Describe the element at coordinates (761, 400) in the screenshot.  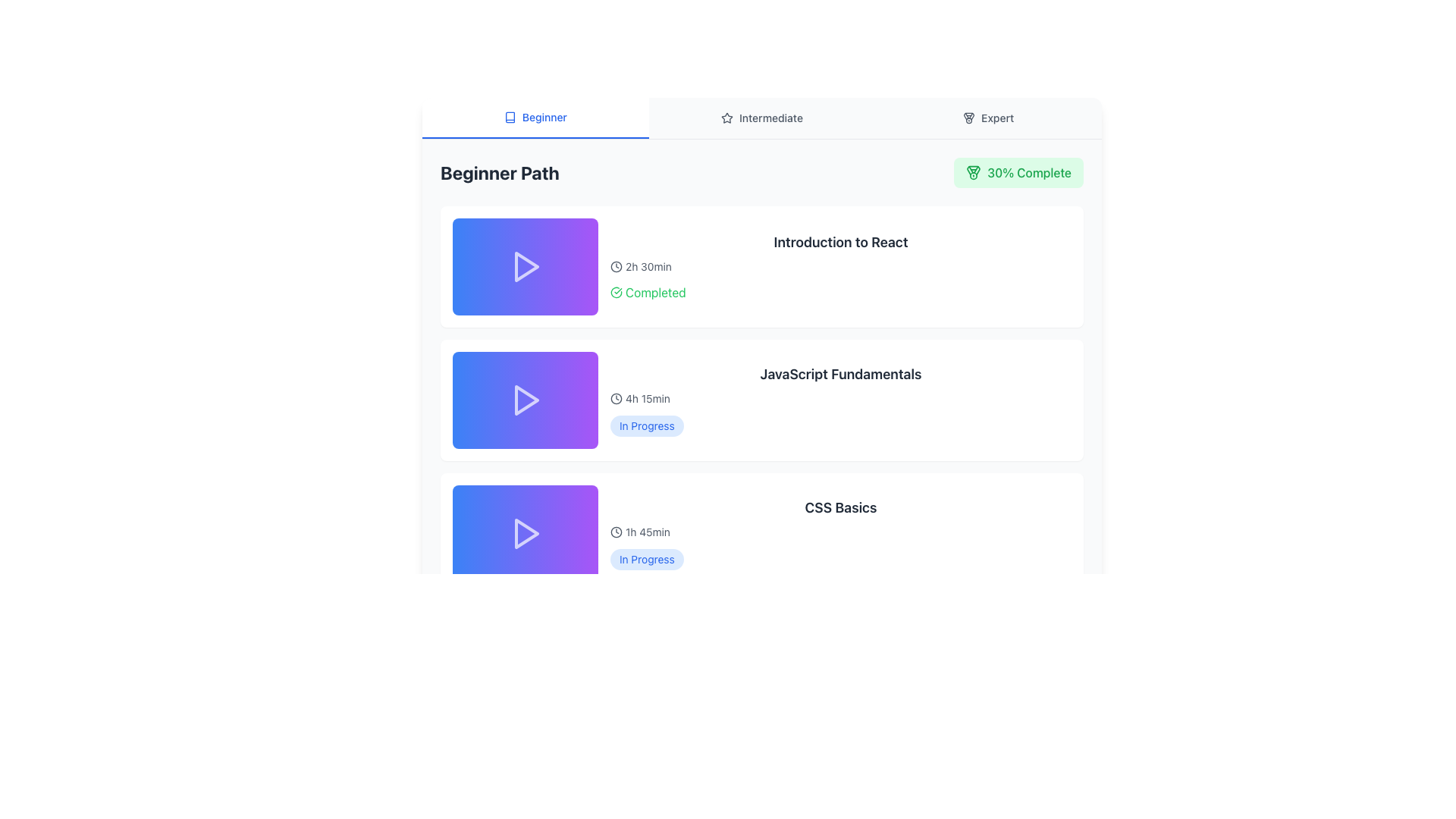
I see `course title from the Course Selector Card for 'JavaScript Fundamentals', which is the second card in the vertical list of courses` at that location.